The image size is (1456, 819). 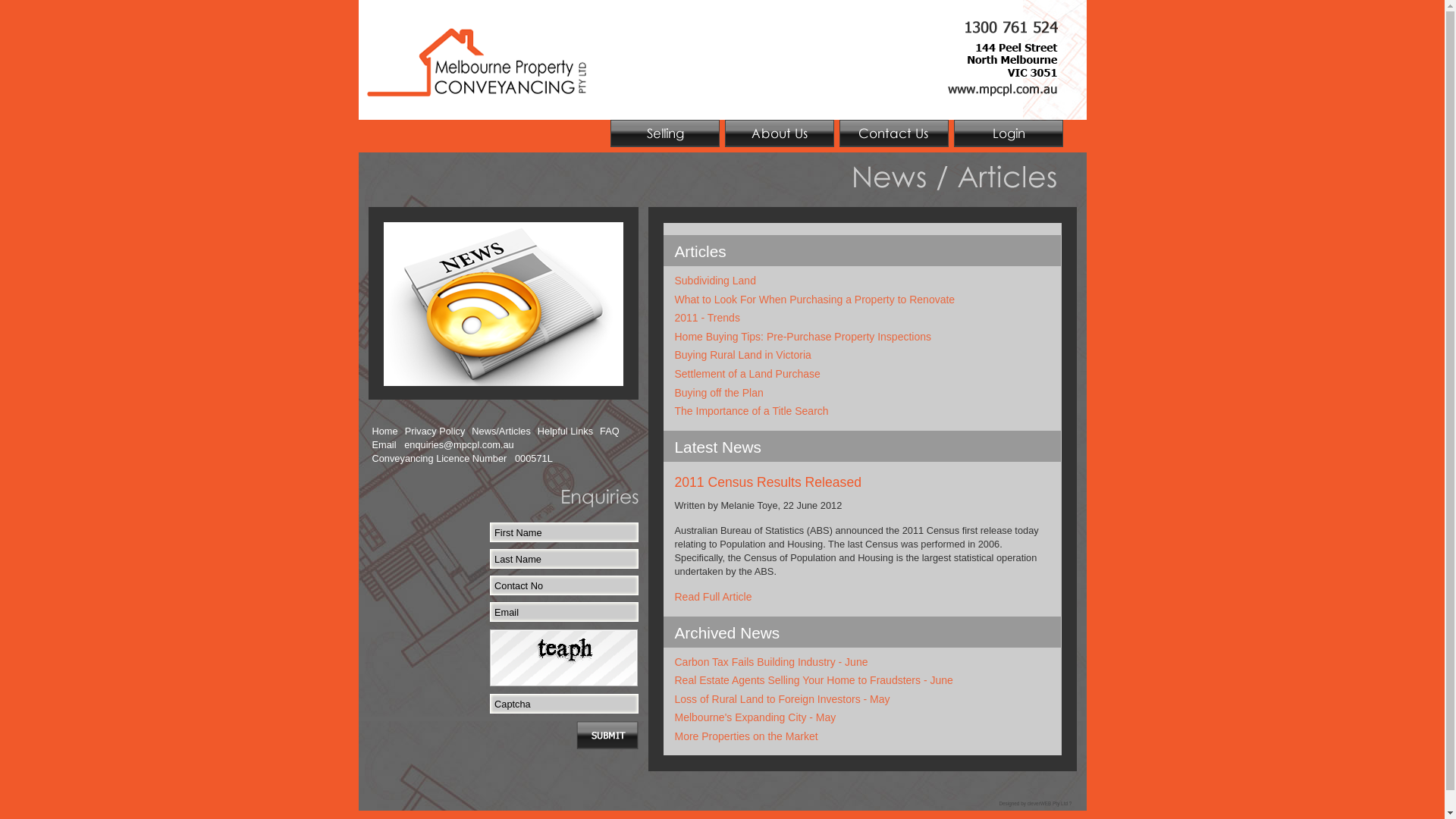 I want to click on 'News/Articles', so click(x=501, y=431).